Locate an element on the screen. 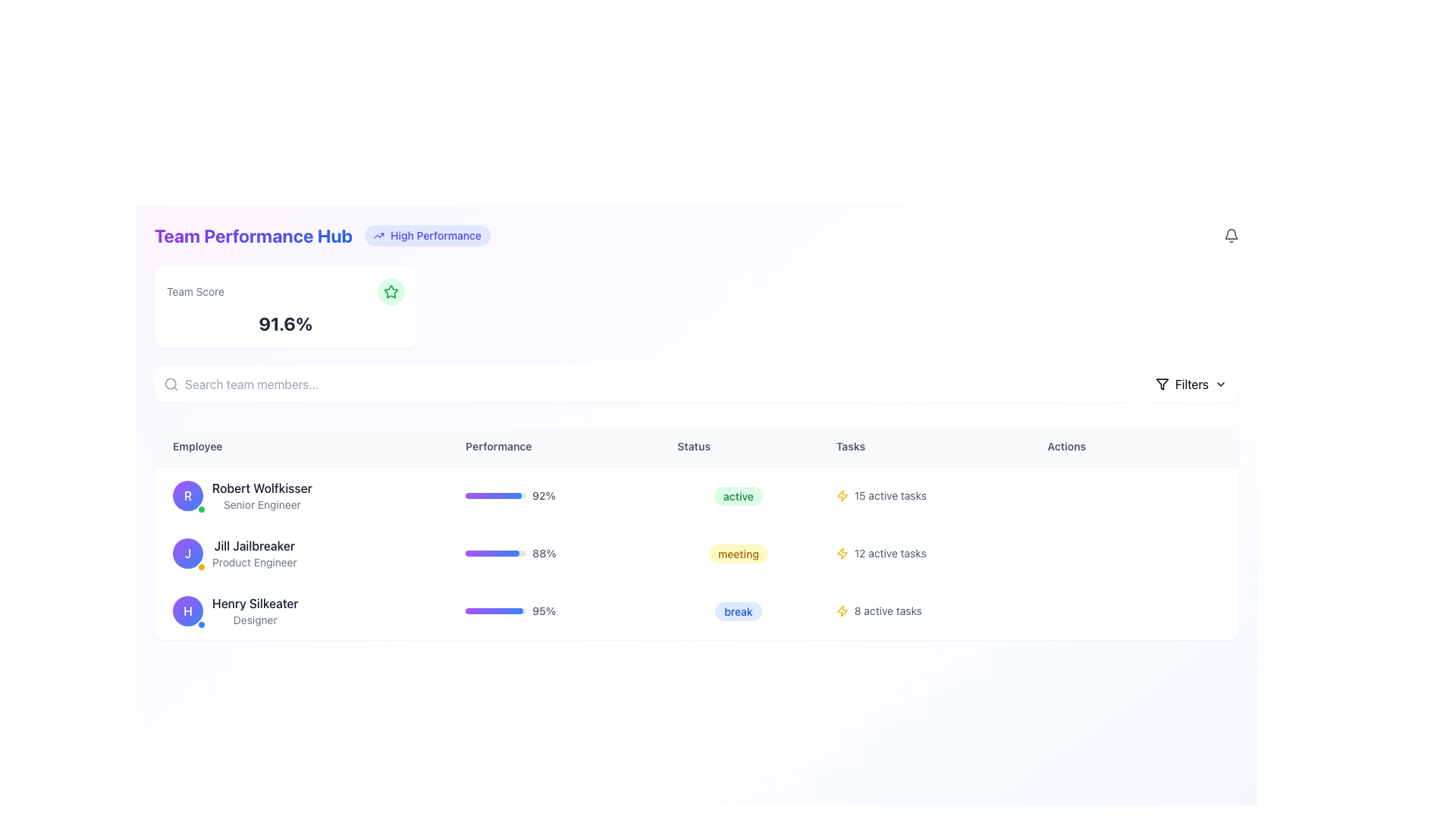 The width and height of the screenshot is (1456, 819). the Text label displaying the employee's name in the third row of the 'Employee' column is located at coordinates (255, 602).